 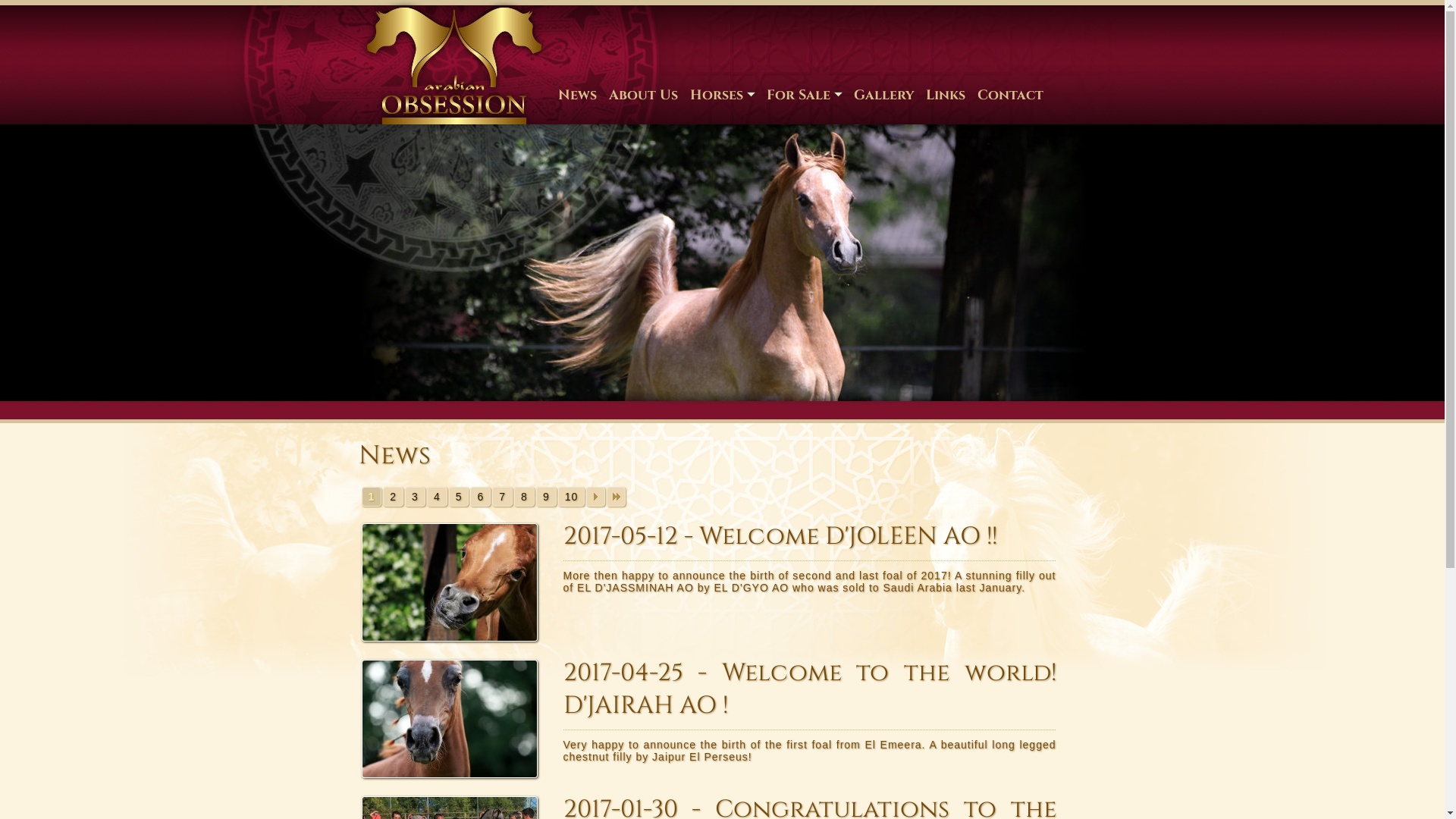 What do you see at coordinates (551, 94) in the screenshot?
I see `'News'` at bounding box center [551, 94].